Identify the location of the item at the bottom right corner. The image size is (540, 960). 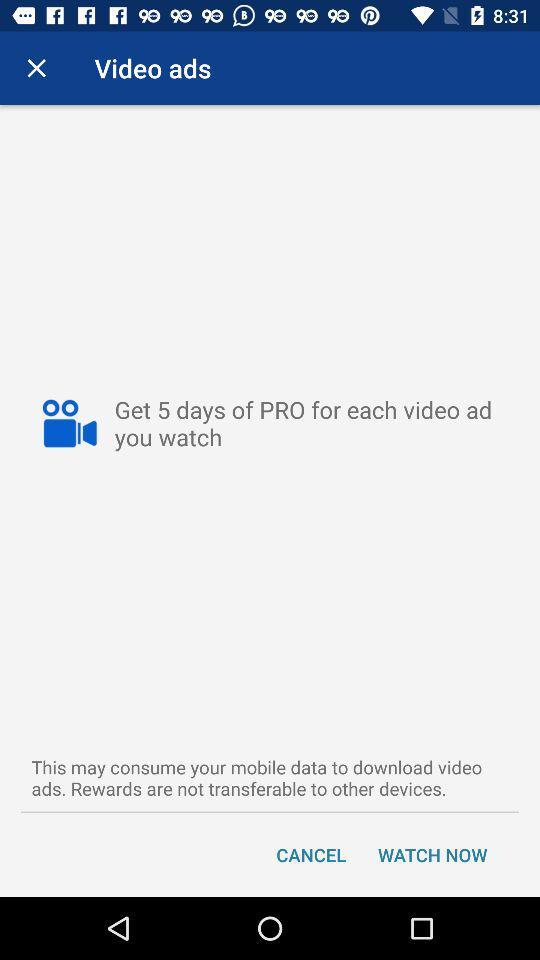
(431, 853).